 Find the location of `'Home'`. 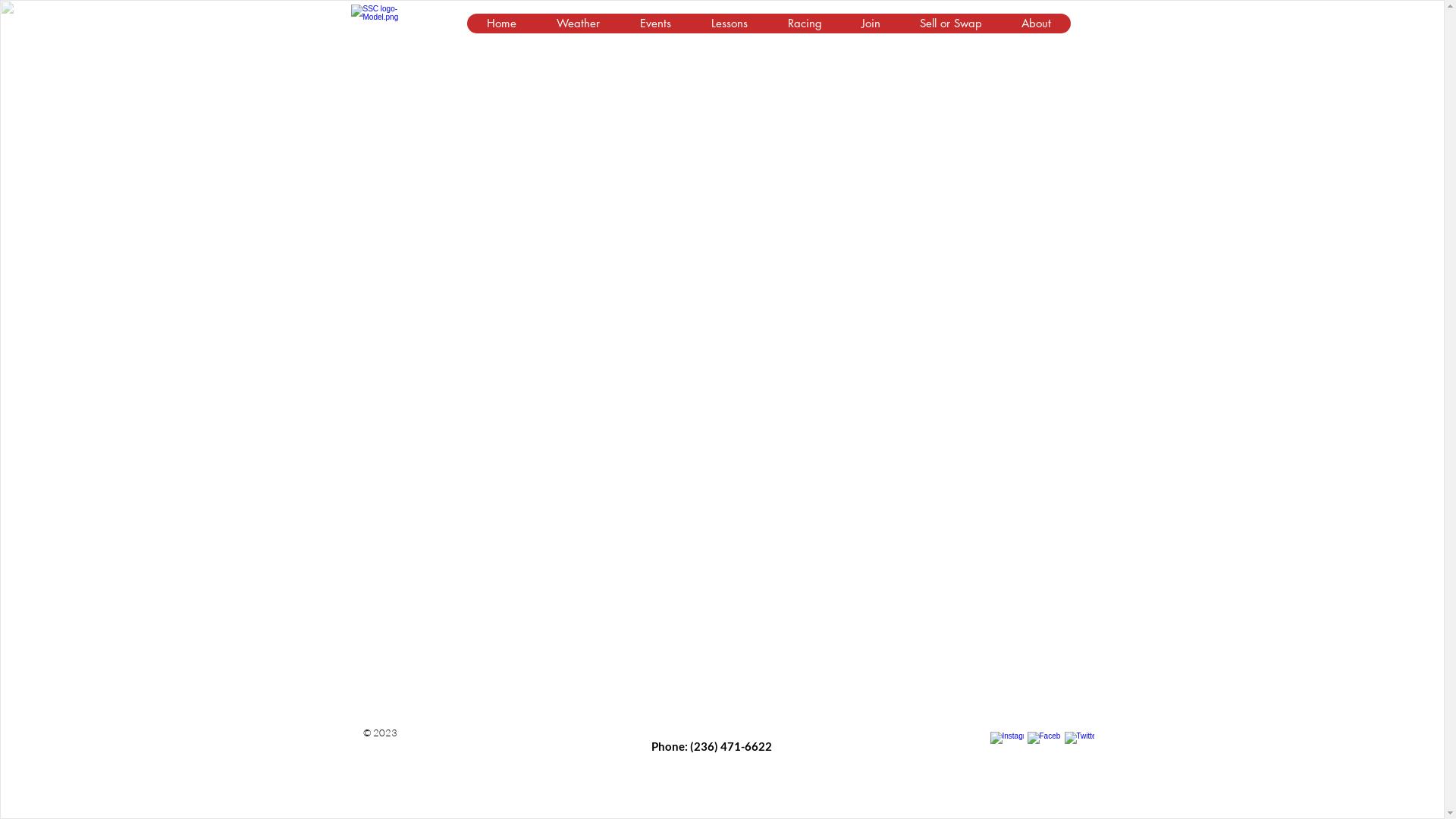

'Home' is located at coordinates (501, 23).